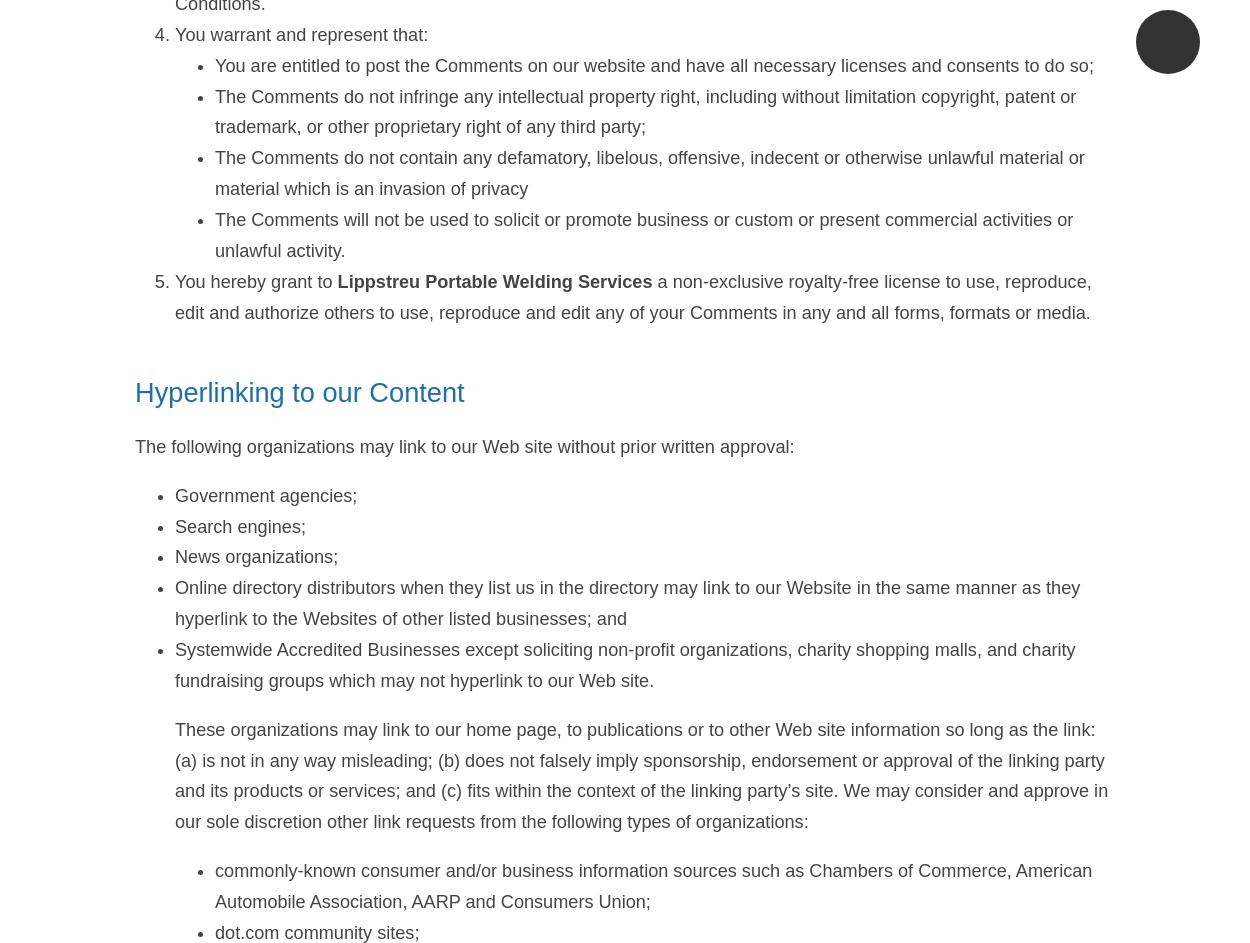 The image size is (1250, 943). Describe the element at coordinates (644, 234) in the screenshot. I see `'The Comments will not be used to solicit or promote business or custom or present commercial activities or unlawful activity.'` at that location.